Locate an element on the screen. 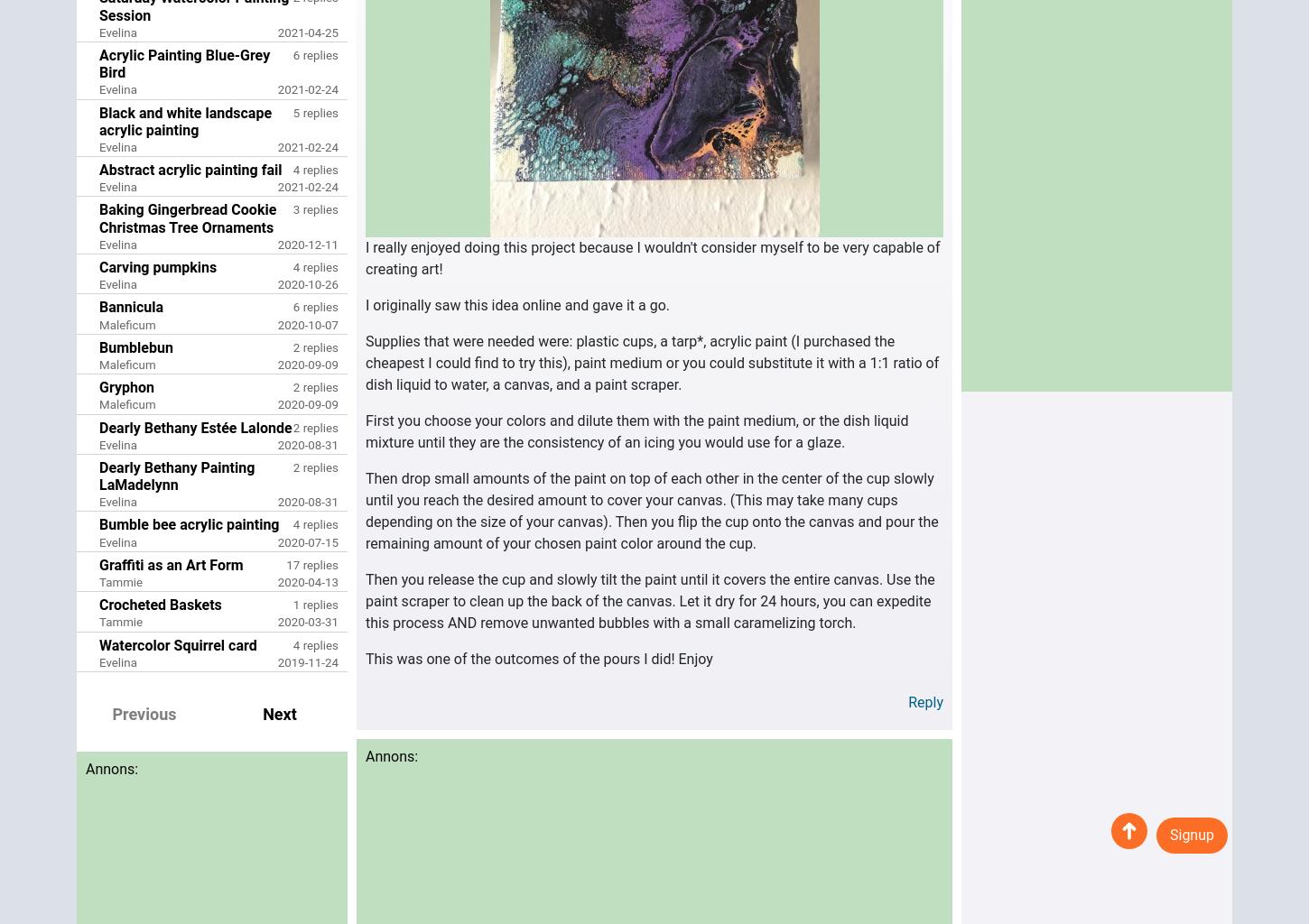  '2021-04-25' is located at coordinates (276, 32).